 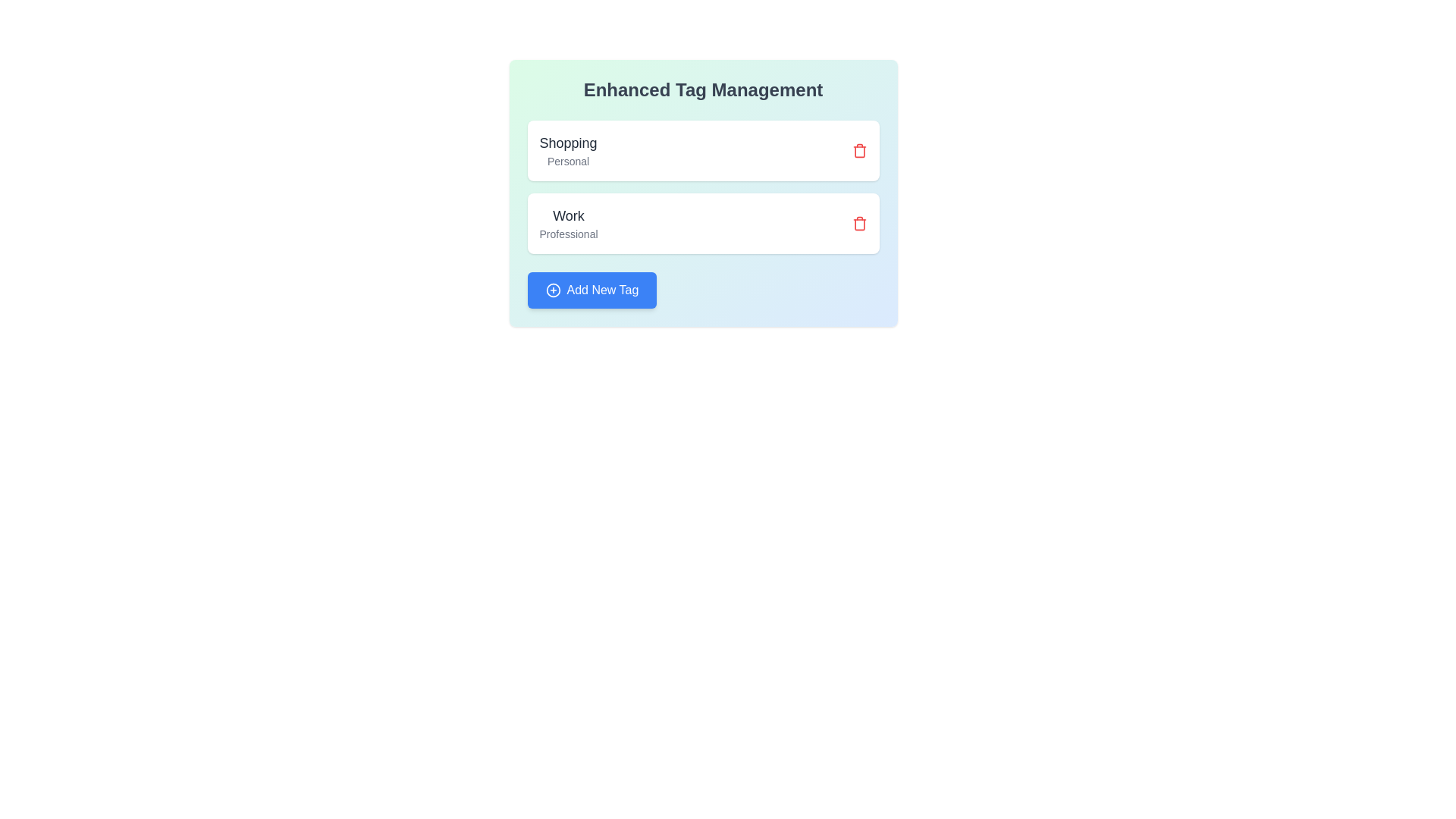 I want to click on the delete button (icon button) located at the top-right corner of the 'Shopping Personal' card, so click(x=859, y=151).